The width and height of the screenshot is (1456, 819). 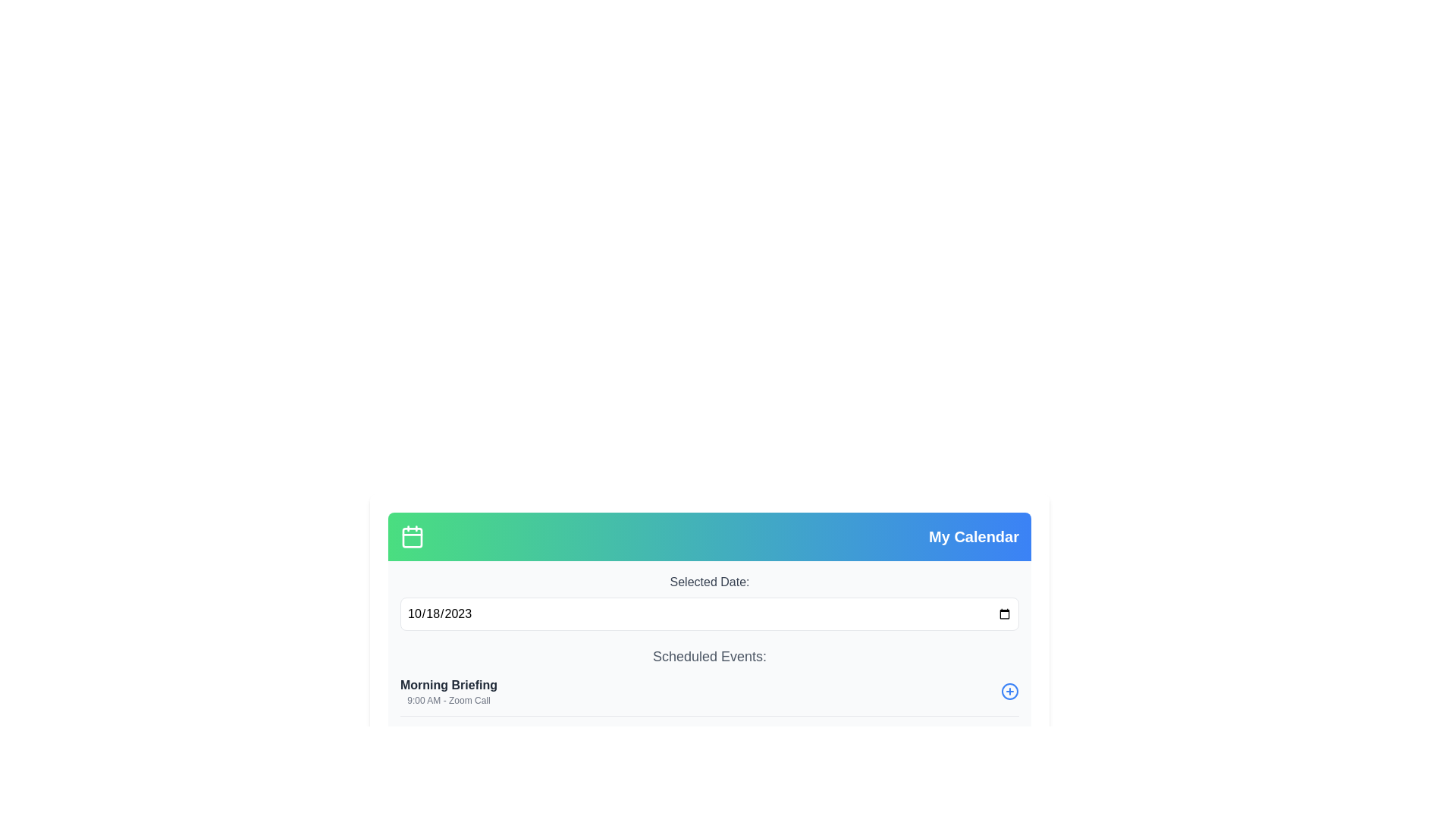 I want to click on the Circular SVG graphic with a plus sign located adjacent to the 'Scheduled Events' section, so click(x=1009, y=691).